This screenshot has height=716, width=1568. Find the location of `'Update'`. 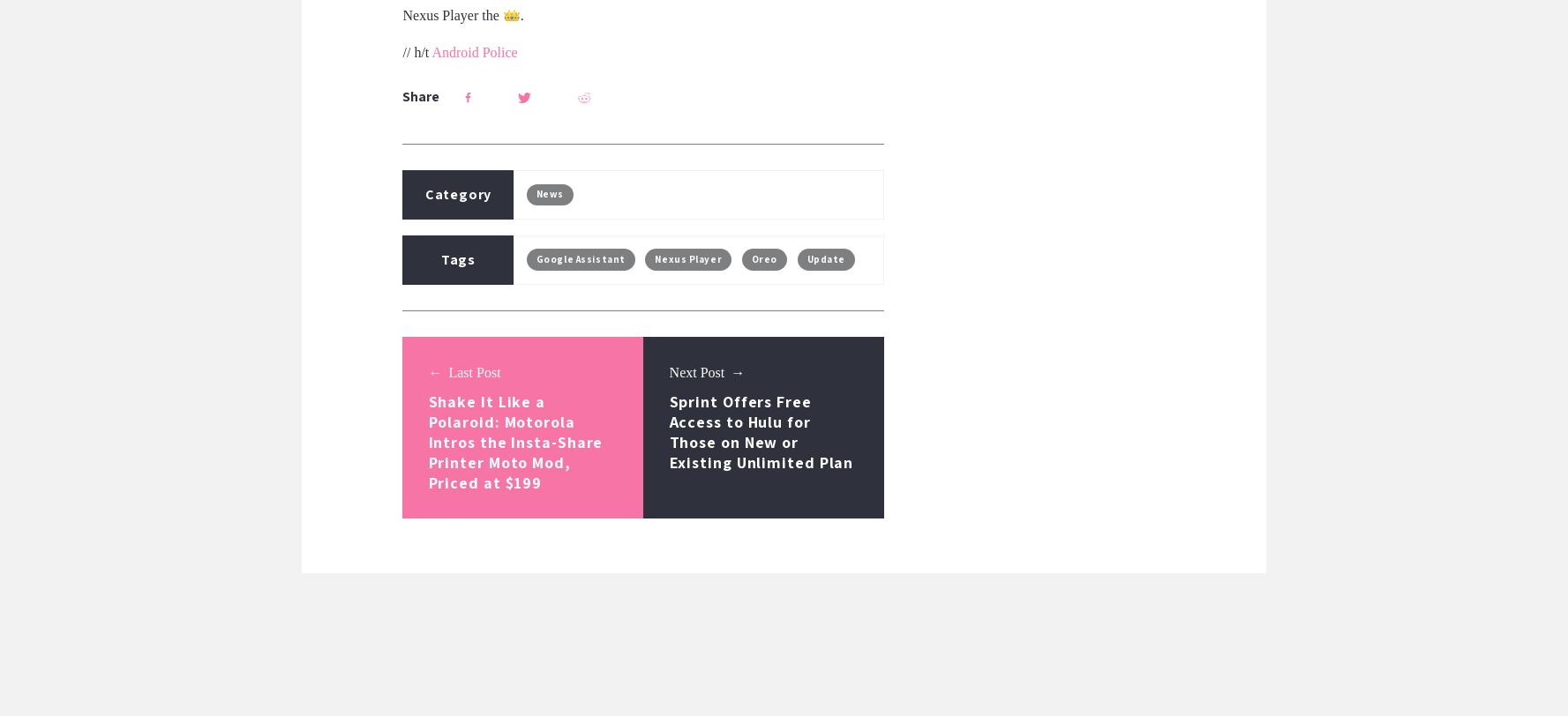

'Update' is located at coordinates (825, 259).